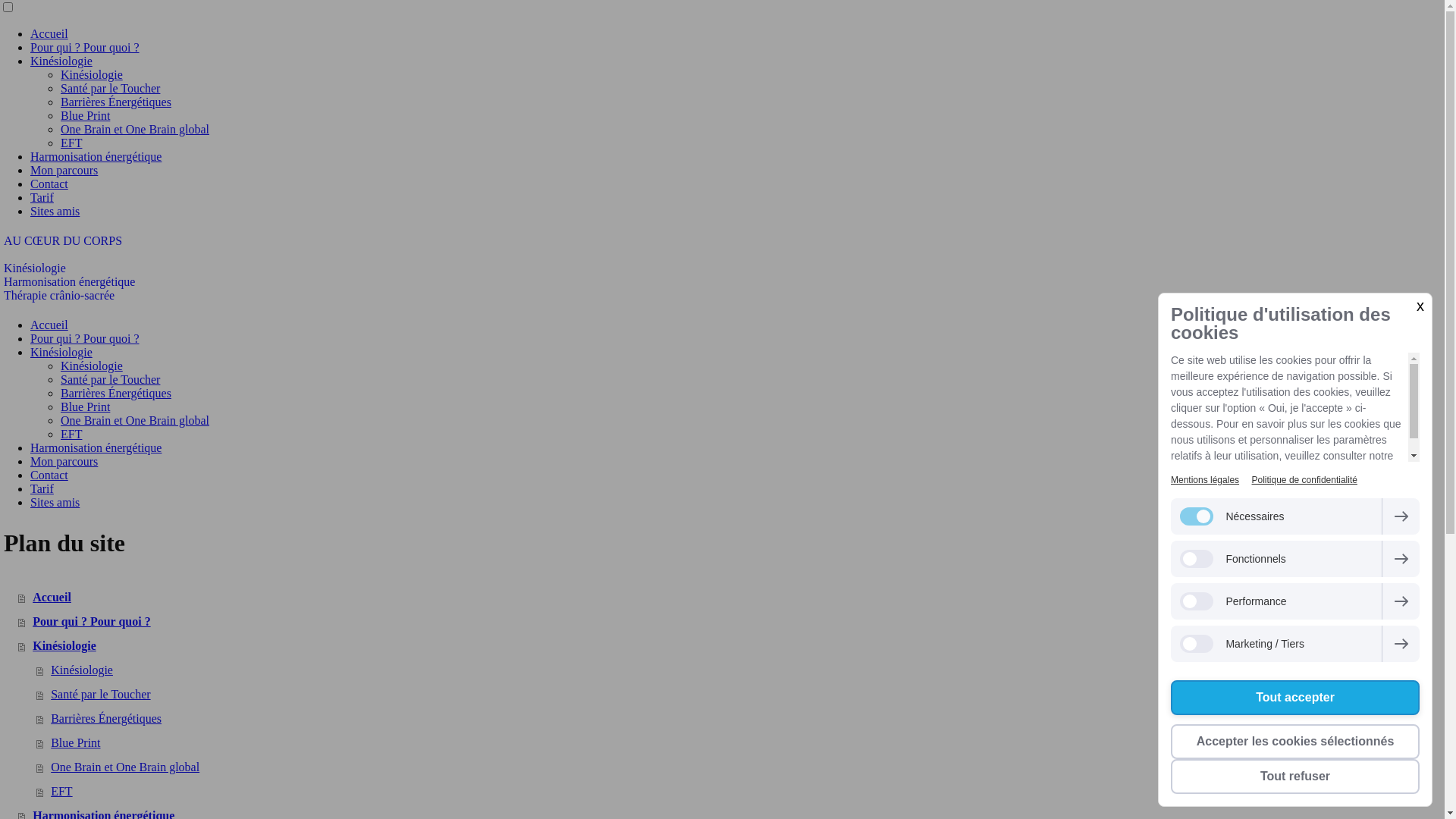 The image size is (1456, 819). Describe the element at coordinates (1294, 698) in the screenshot. I see `'Tout accepter'` at that location.